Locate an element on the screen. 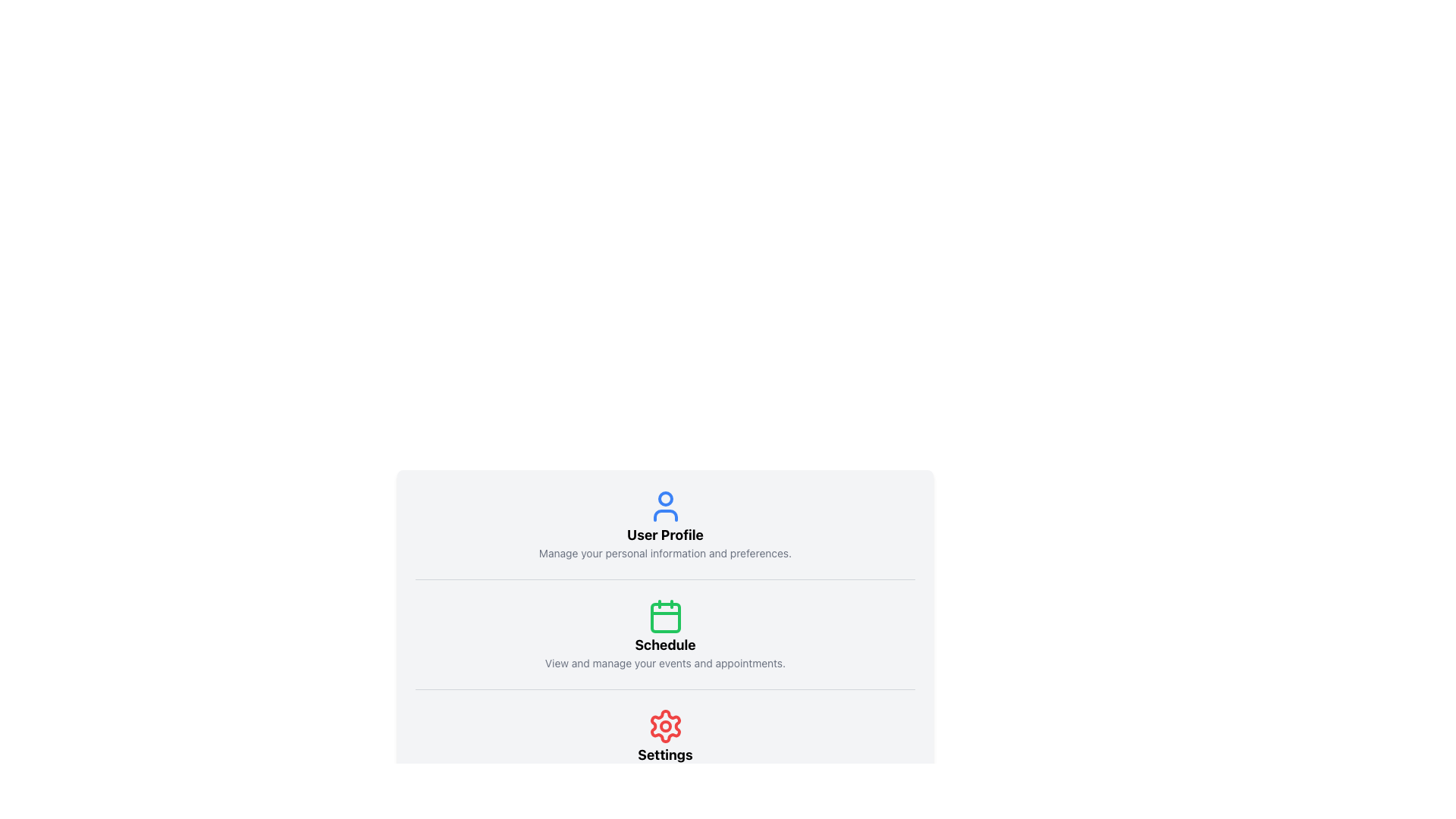 The image size is (1456, 819). the lower curved part of the user profile icon, which is enclosed within a blue circle at the topmost section of the interface is located at coordinates (665, 514).